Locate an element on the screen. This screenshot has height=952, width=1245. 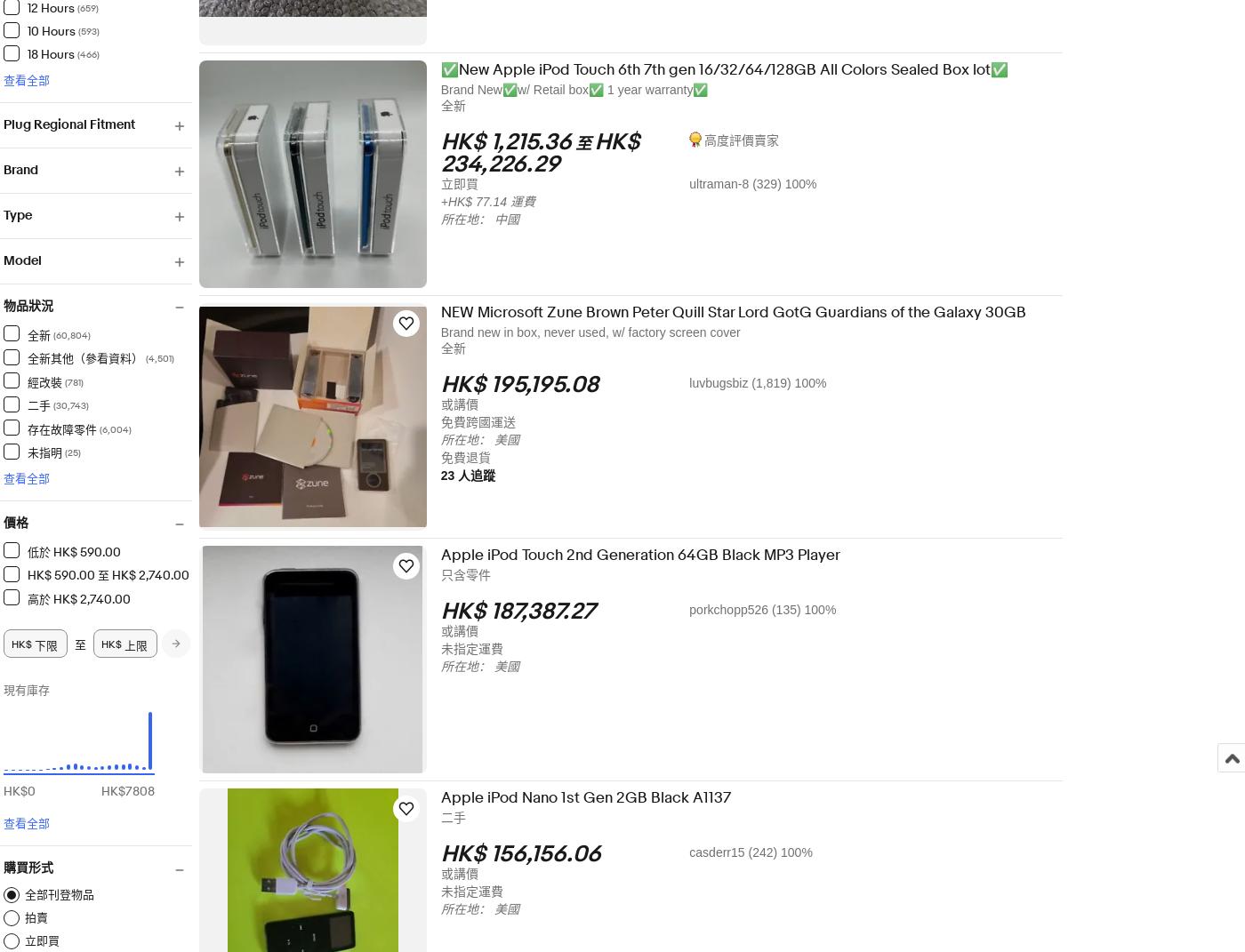
'(466)' is located at coordinates (98, 52).